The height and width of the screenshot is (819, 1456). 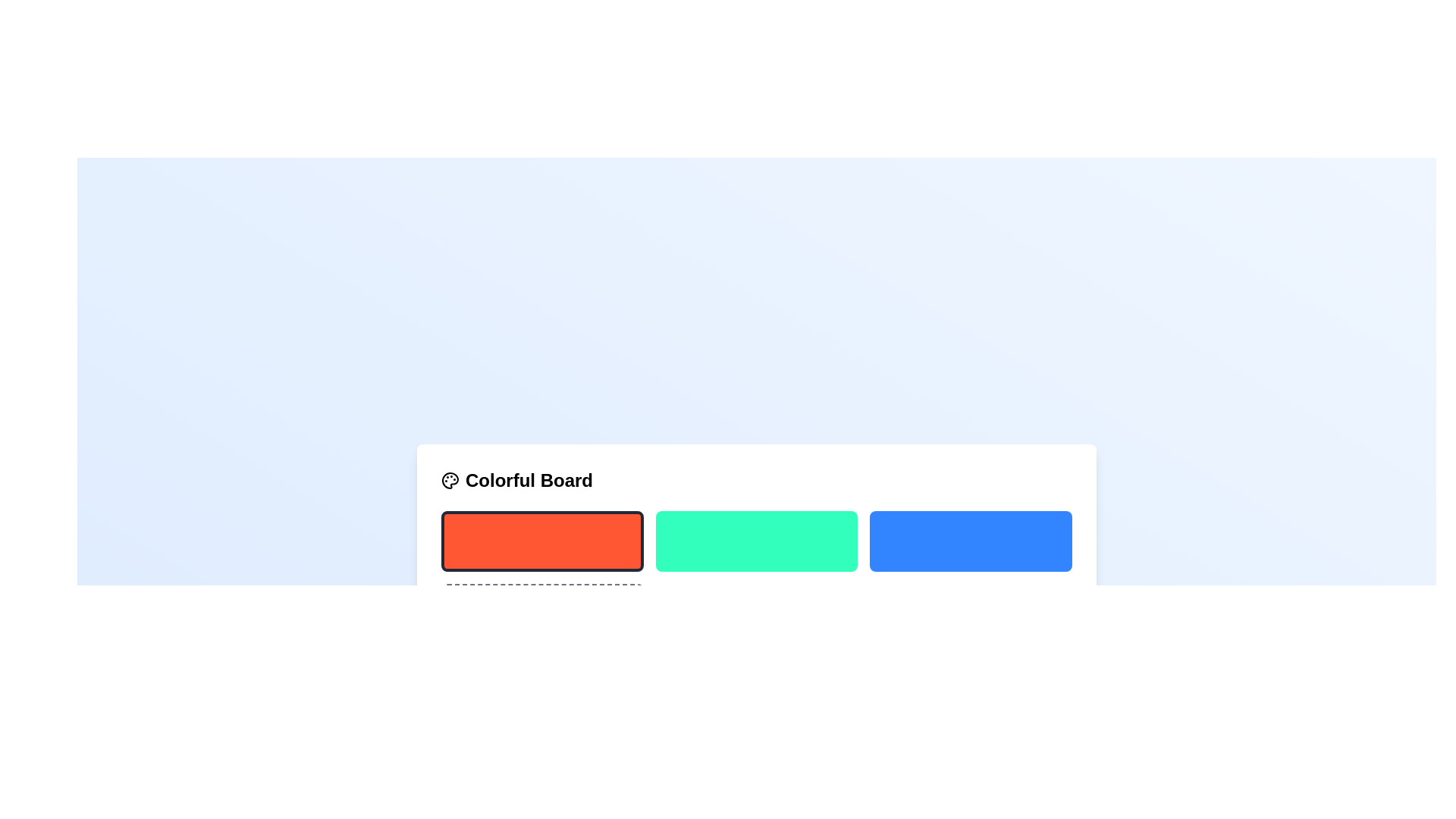 I want to click on the vibrant turquoise Selectable tile located in the center of the row of tiles below the 'Colorful Board' header, so click(x=757, y=570).